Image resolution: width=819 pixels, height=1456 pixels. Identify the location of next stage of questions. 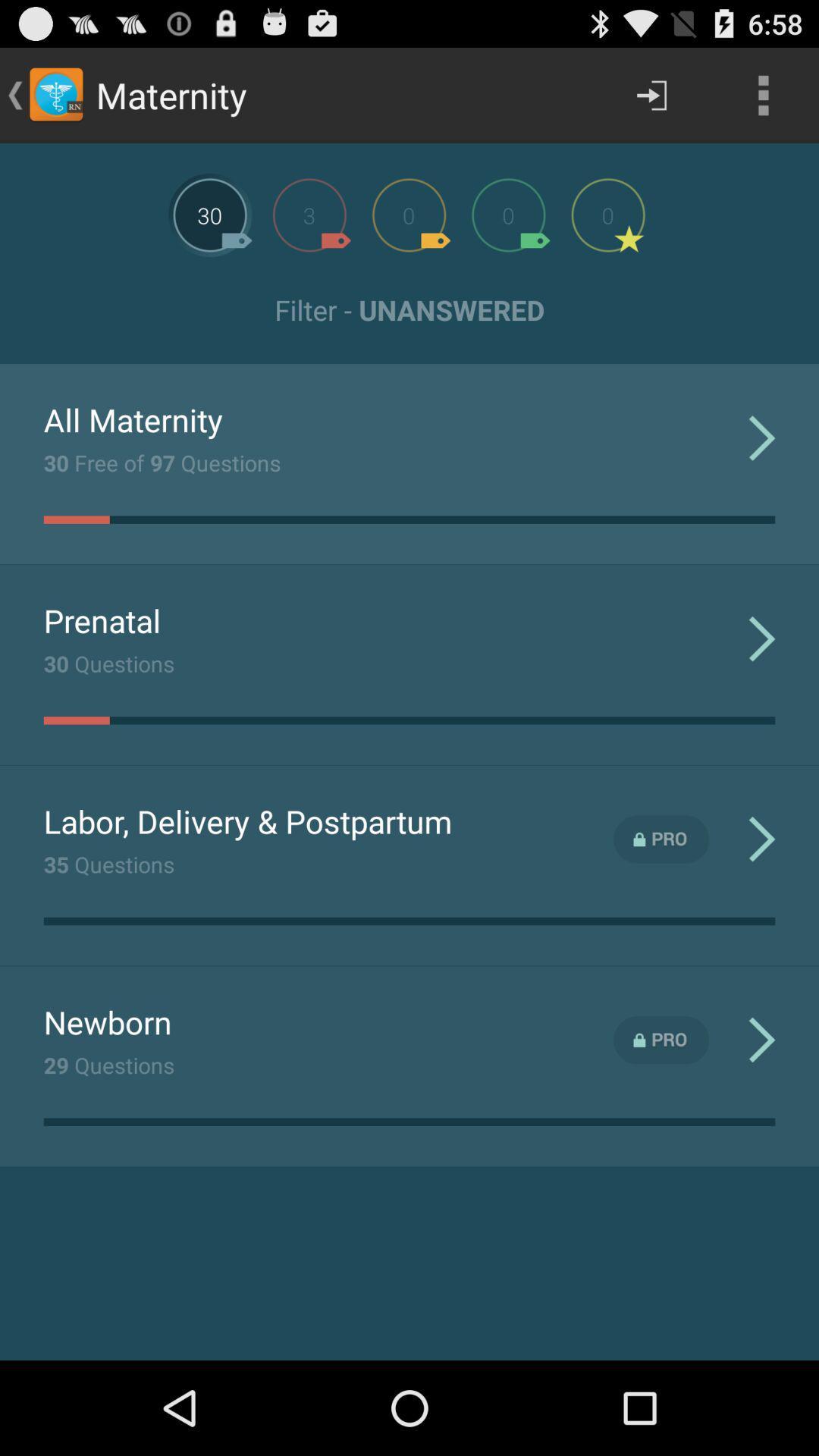
(309, 214).